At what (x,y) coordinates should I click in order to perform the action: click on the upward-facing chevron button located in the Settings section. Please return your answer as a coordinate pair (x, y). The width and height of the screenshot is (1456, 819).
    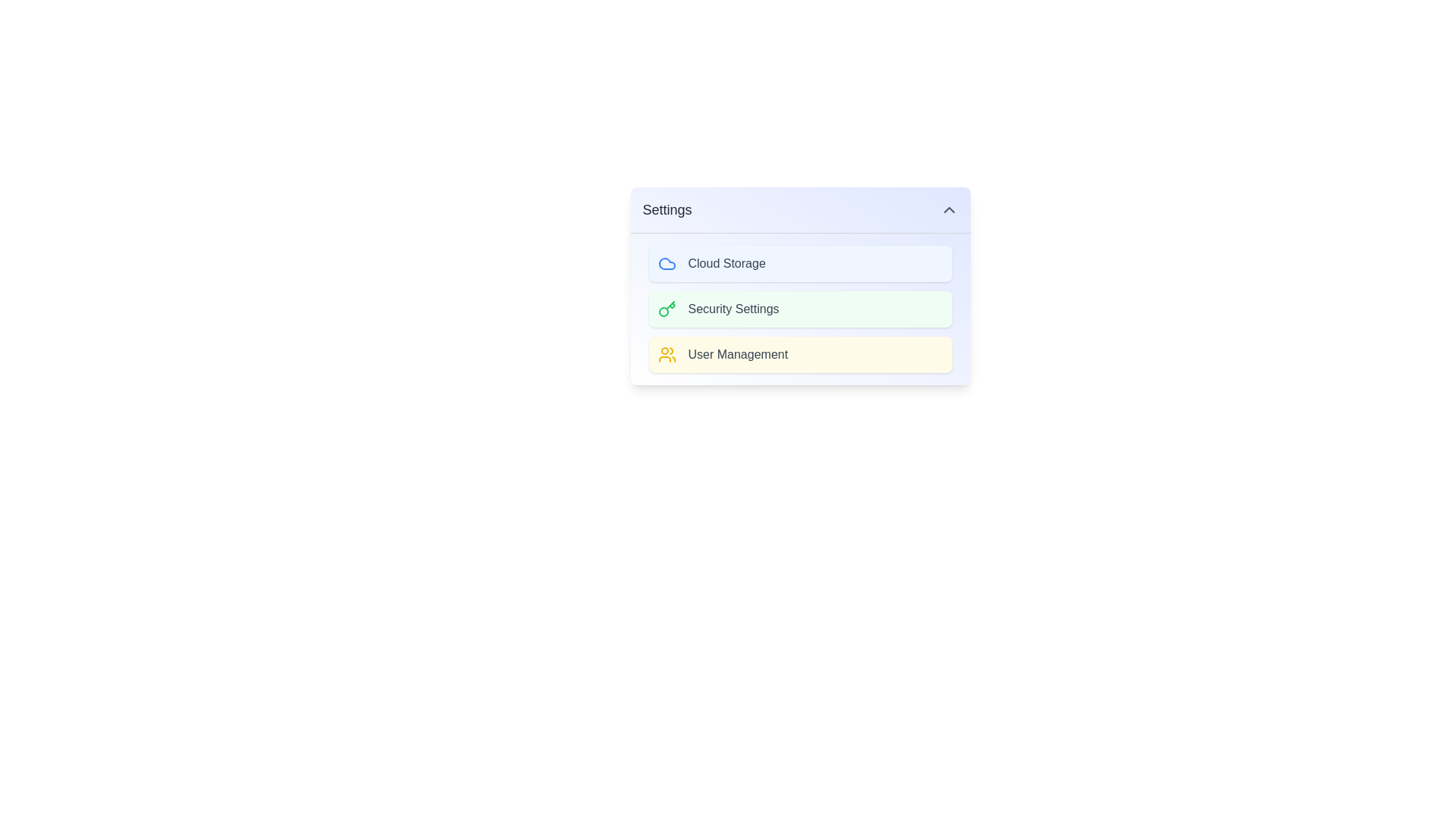
    Looking at the image, I should click on (948, 210).